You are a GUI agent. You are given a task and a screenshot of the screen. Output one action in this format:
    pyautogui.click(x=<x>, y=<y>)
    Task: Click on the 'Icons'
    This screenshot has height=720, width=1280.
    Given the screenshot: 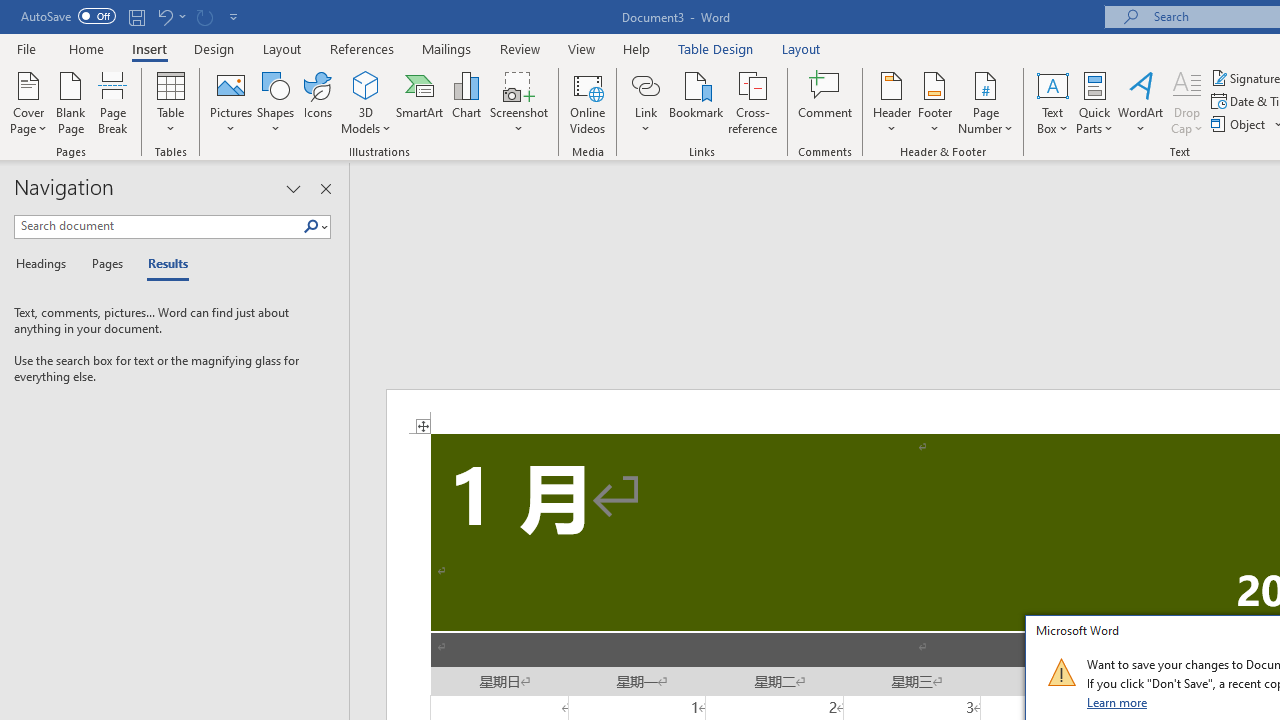 What is the action you would take?
    pyautogui.click(x=317, y=103)
    